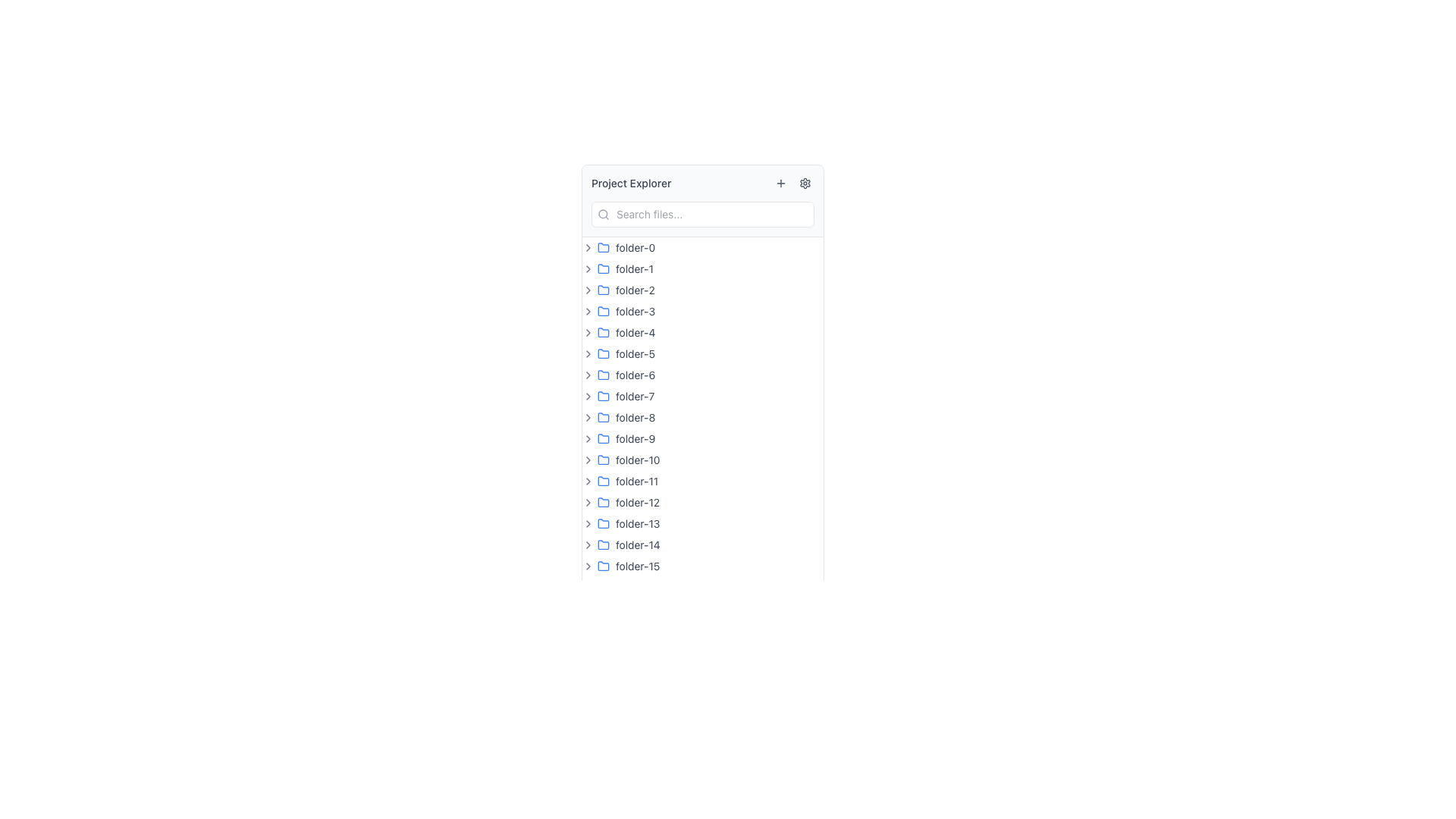  Describe the element at coordinates (588, 375) in the screenshot. I see `the chevron icon` at that location.